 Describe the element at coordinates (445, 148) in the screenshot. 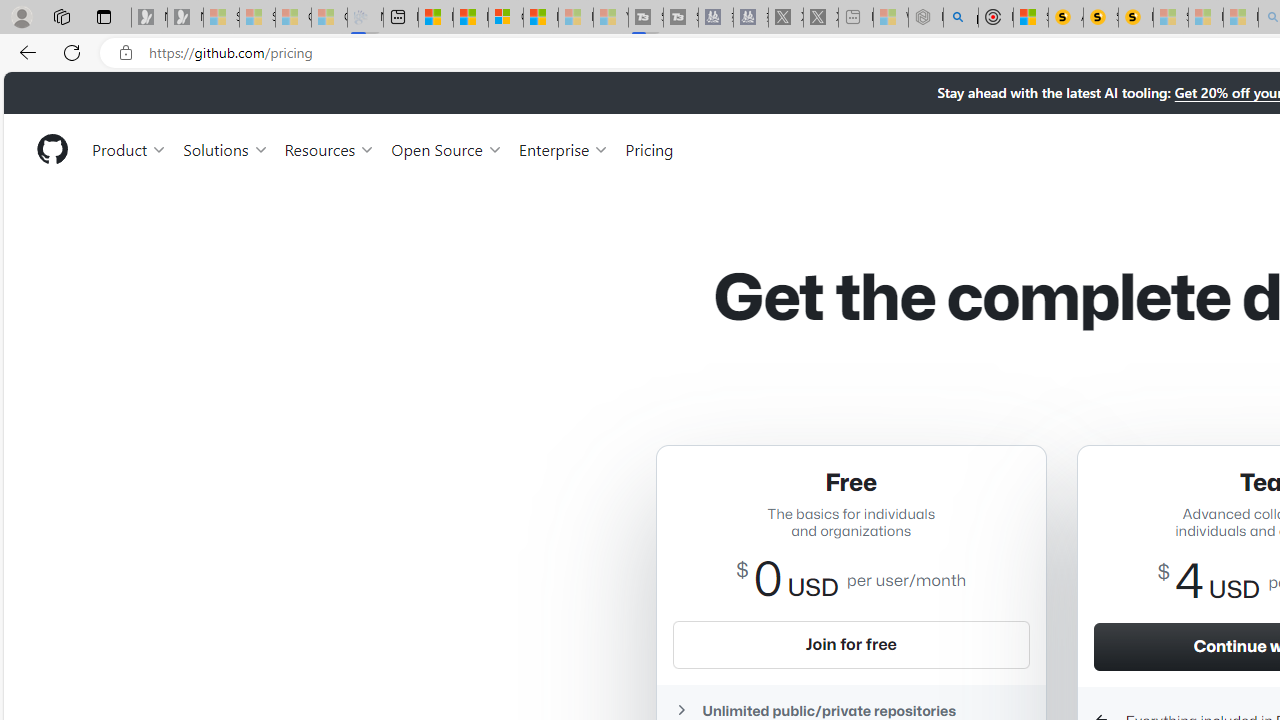

I see `'Open Source'` at that location.